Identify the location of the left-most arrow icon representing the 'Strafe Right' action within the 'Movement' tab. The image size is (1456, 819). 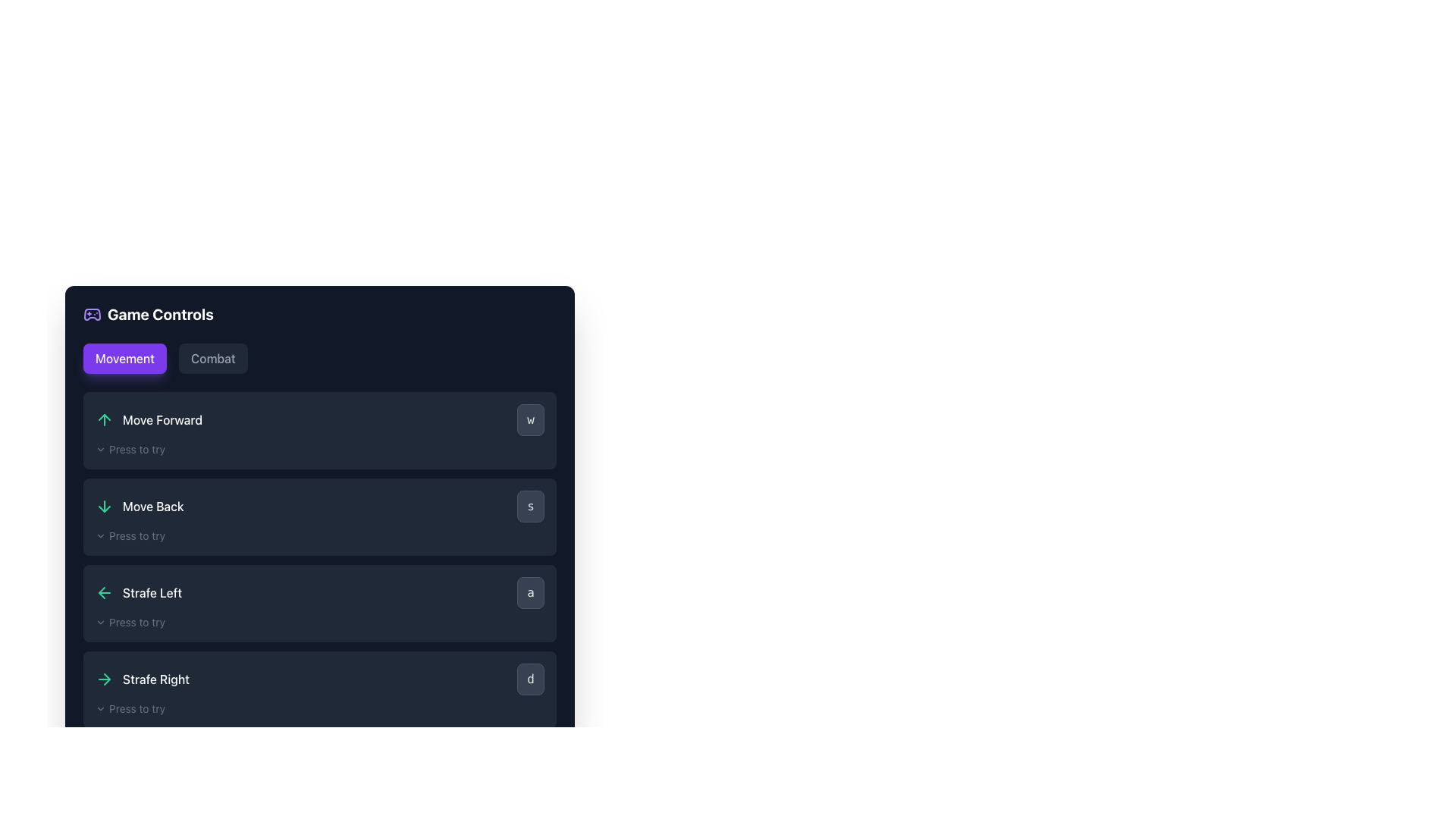
(104, 678).